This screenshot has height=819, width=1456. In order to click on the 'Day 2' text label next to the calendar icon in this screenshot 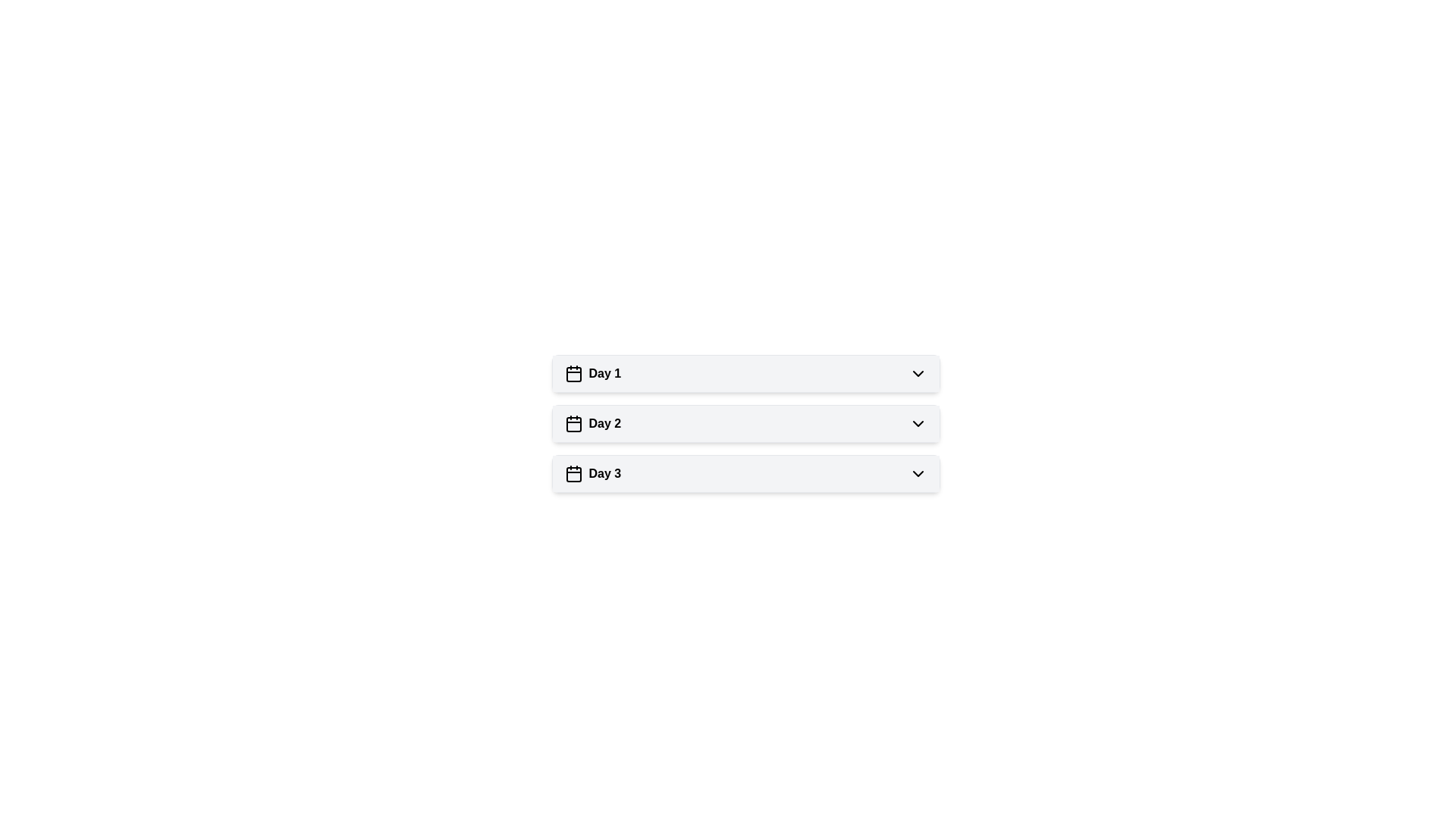, I will do `click(591, 424)`.